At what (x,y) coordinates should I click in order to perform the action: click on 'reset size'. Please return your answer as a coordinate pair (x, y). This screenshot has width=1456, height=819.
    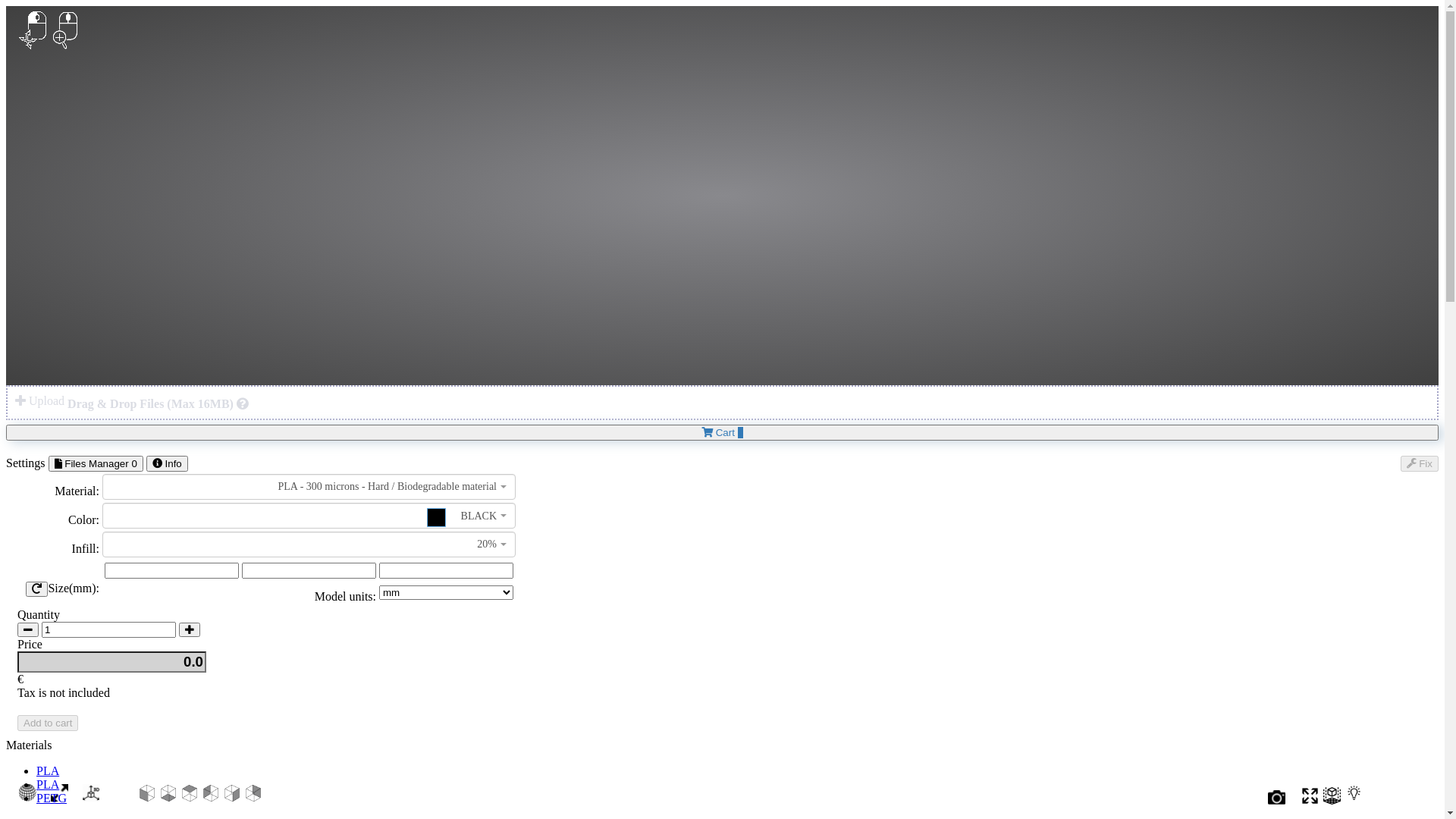
    Looking at the image, I should click on (36, 588).